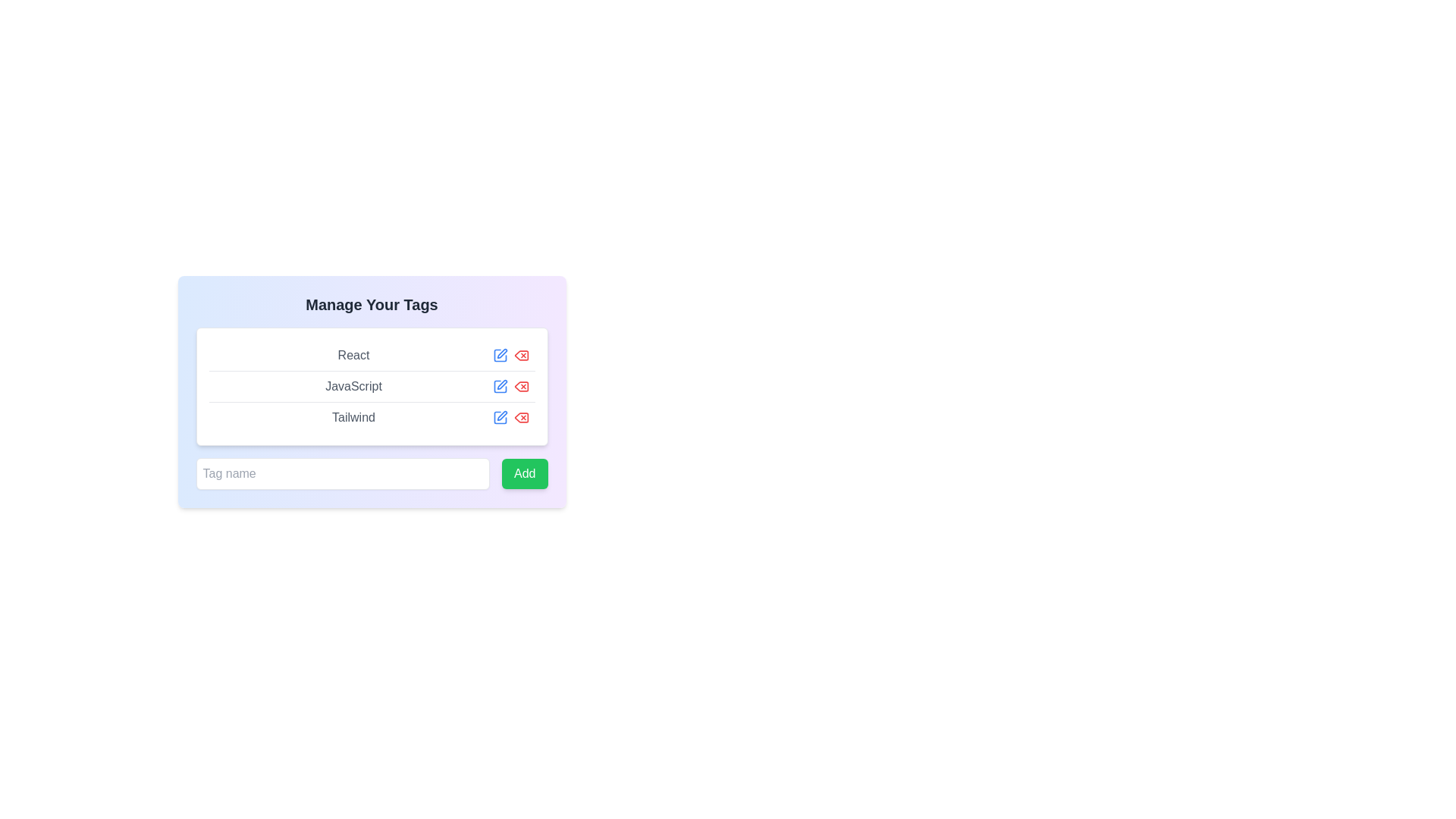 Image resolution: width=1456 pixels, height=819 pixels. What do you see at coordinates (372, 391) in the screenshot?
I see `the 'JavaScript' text label, which is the second item in a vertically stacked list, visually balanced between 'React' and 'Tailwind'` at bounding box center [372, 391].